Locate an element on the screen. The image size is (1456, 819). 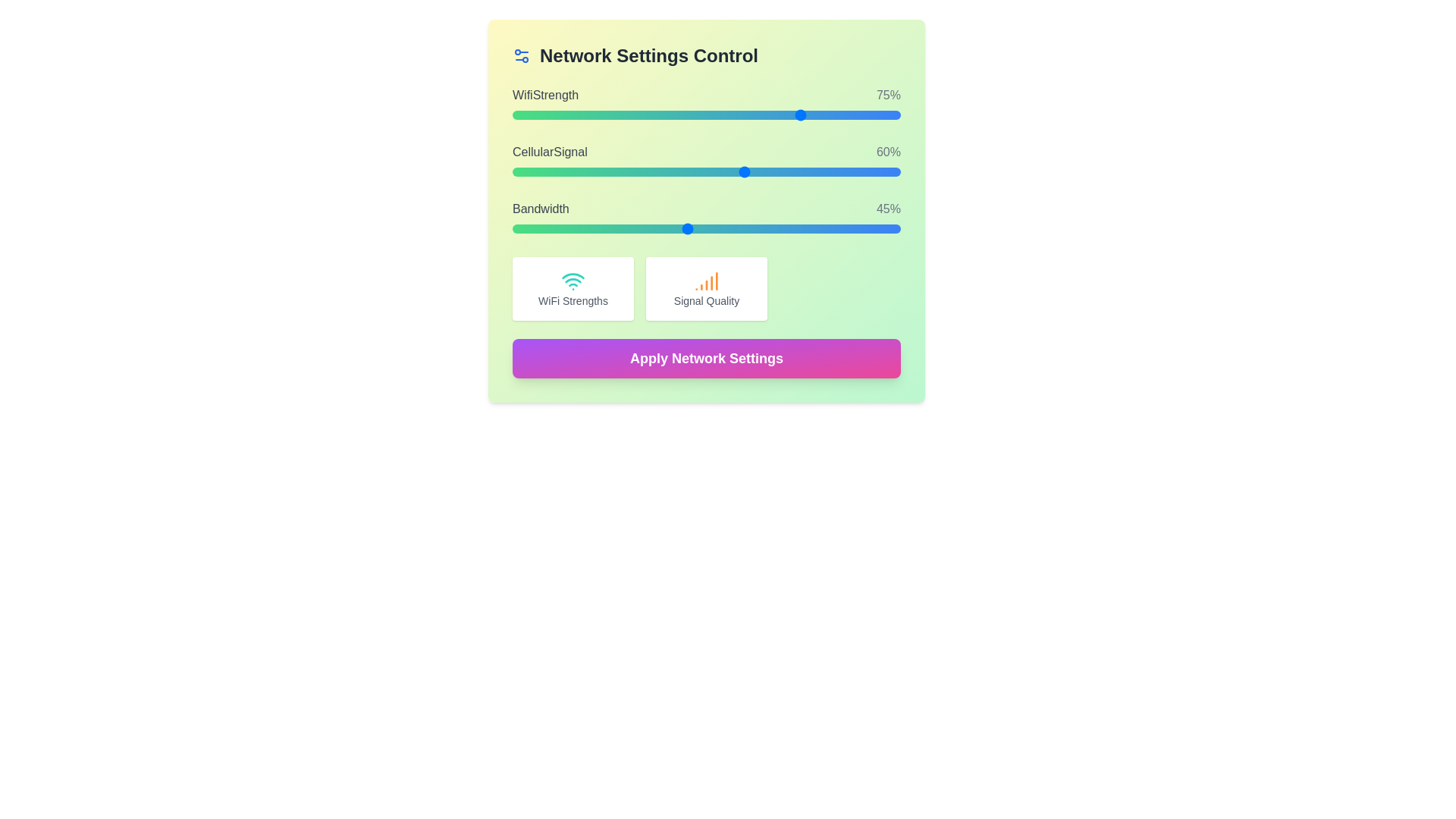
the text label displaying '75%' in a gray font, styled as 'text-gray-500', located on the far right of the 'Network Settings Control' interface is located at coordinates (888, 96).